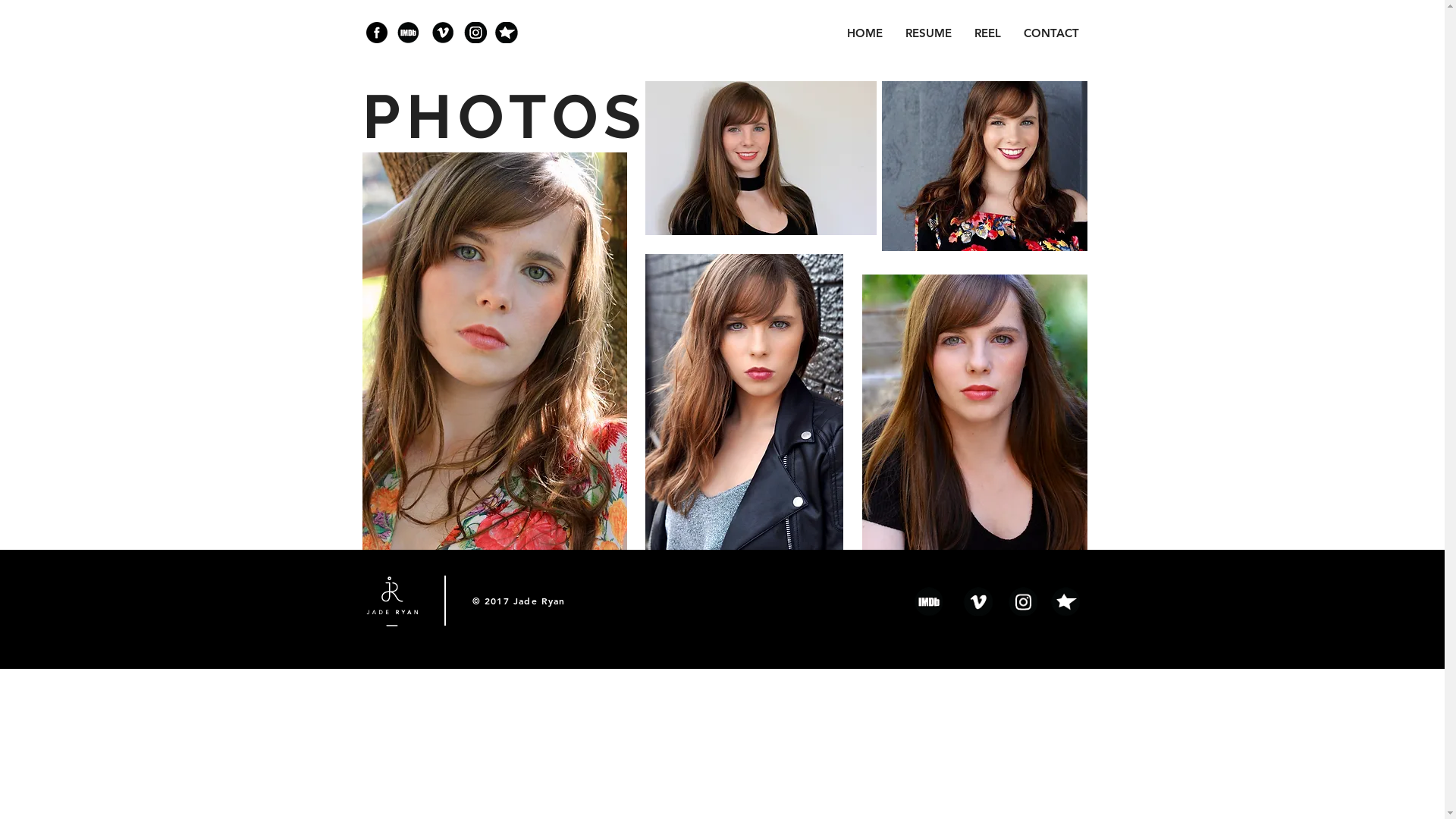 This screenshot has height=819, width=1456. I want to click on 'RESUME', so click(927, 33).